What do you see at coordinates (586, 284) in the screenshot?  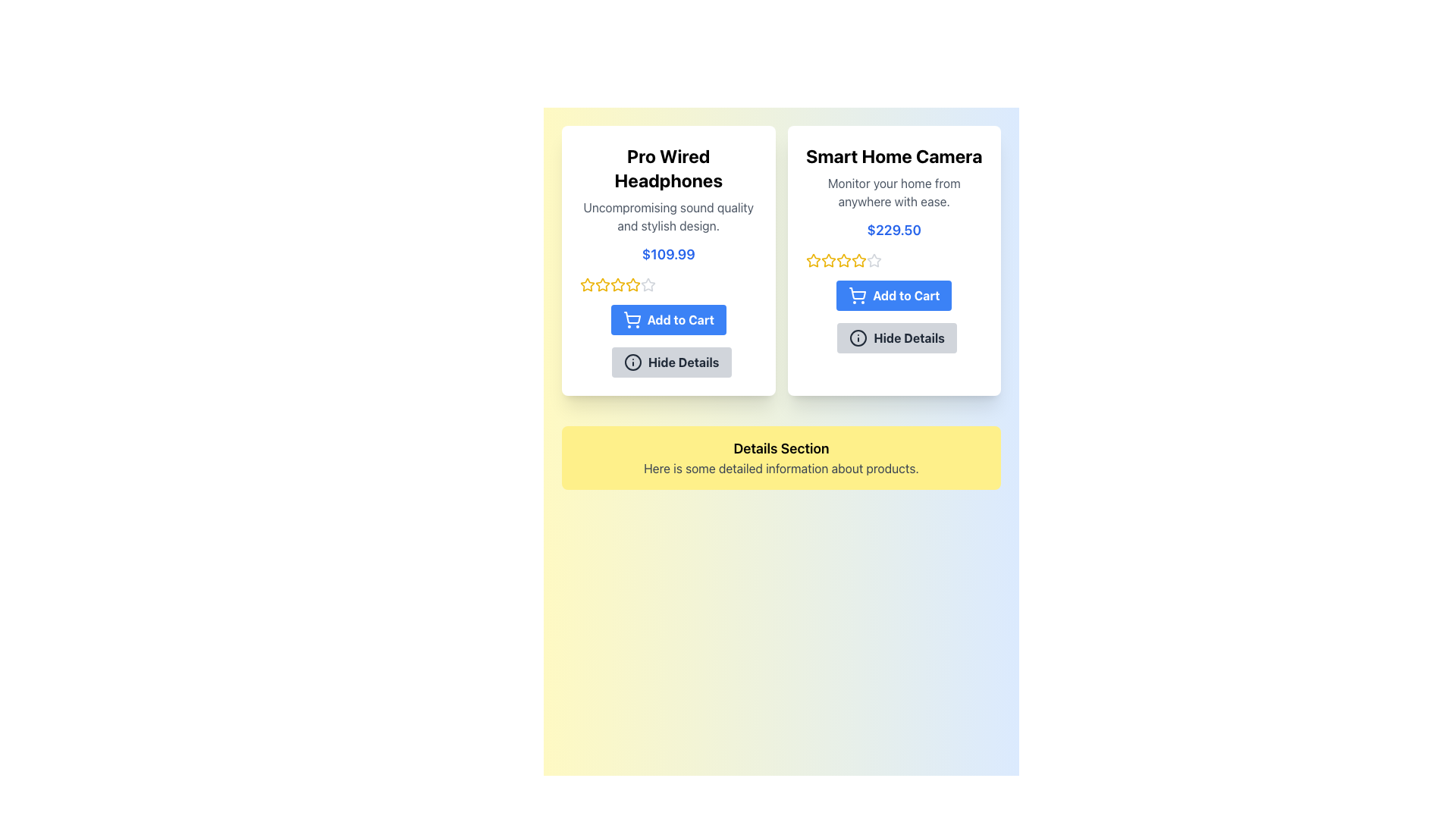 I see `the first yellow star-shaped rating icon below the product title 'Pro Wired Headphones'` at bounding box center [586, 284].